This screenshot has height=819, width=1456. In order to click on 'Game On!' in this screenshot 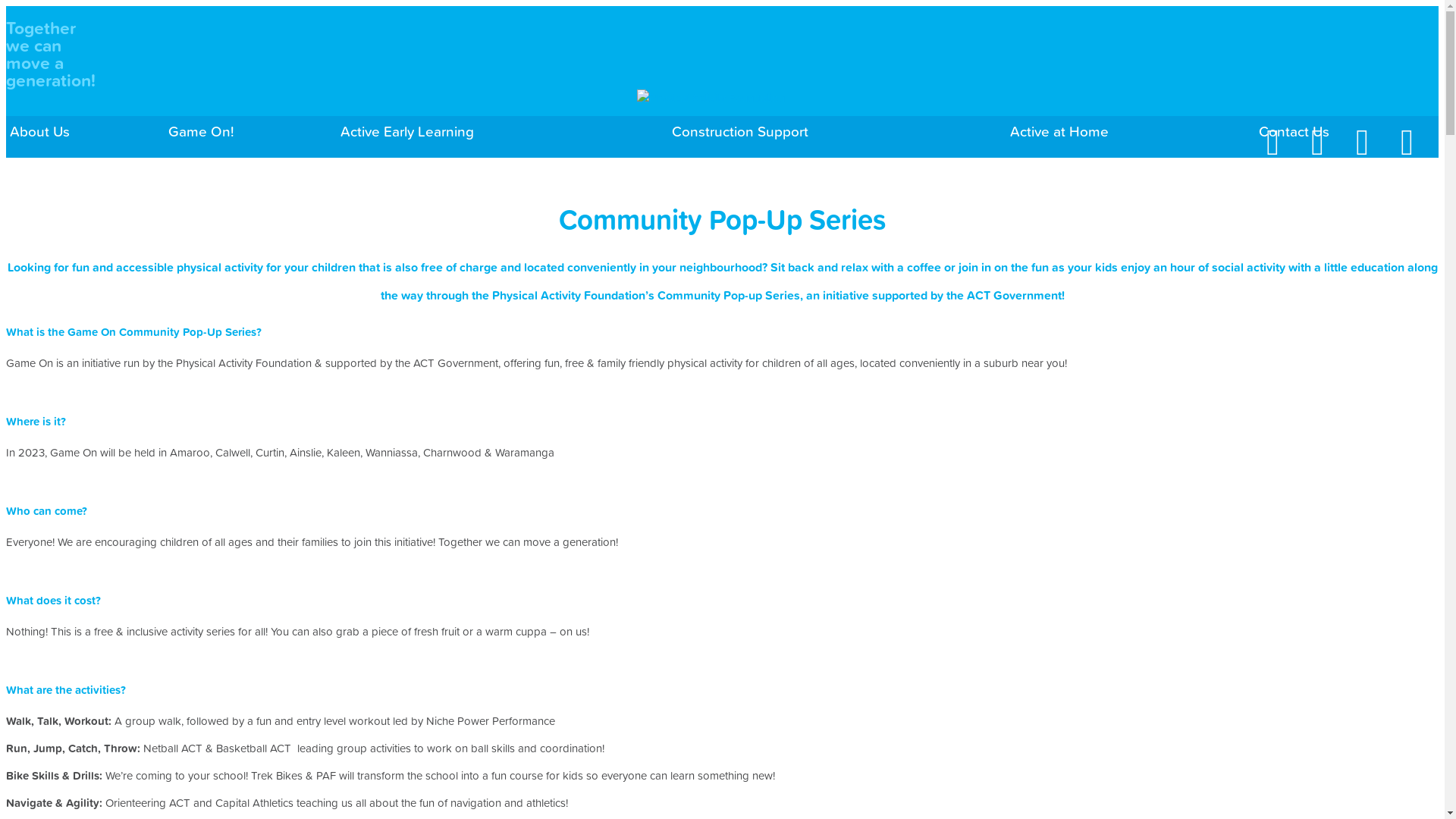, I will do `click(200, 130)`.